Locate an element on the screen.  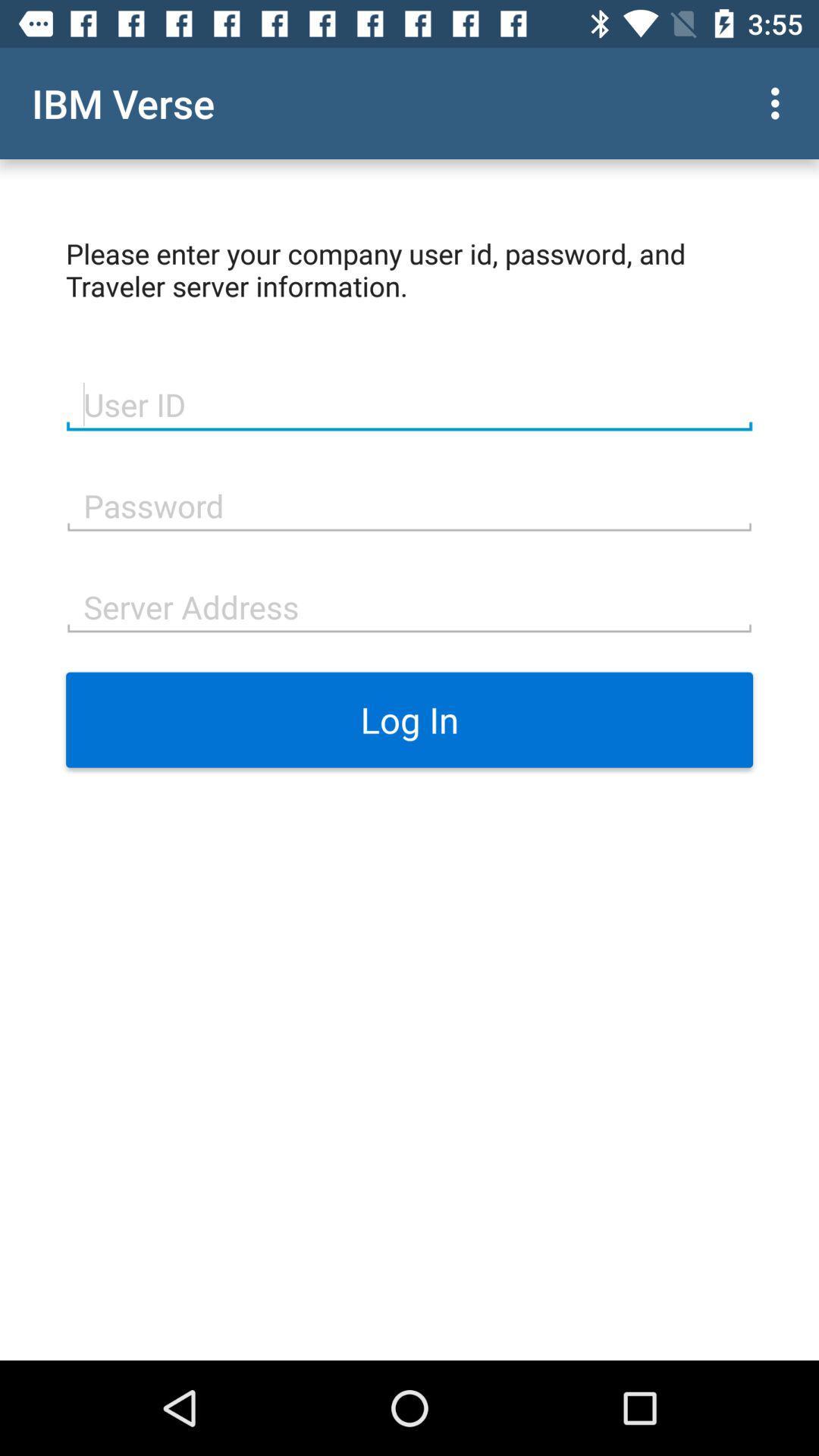
the log in icon is located at coordinates (409, 719).